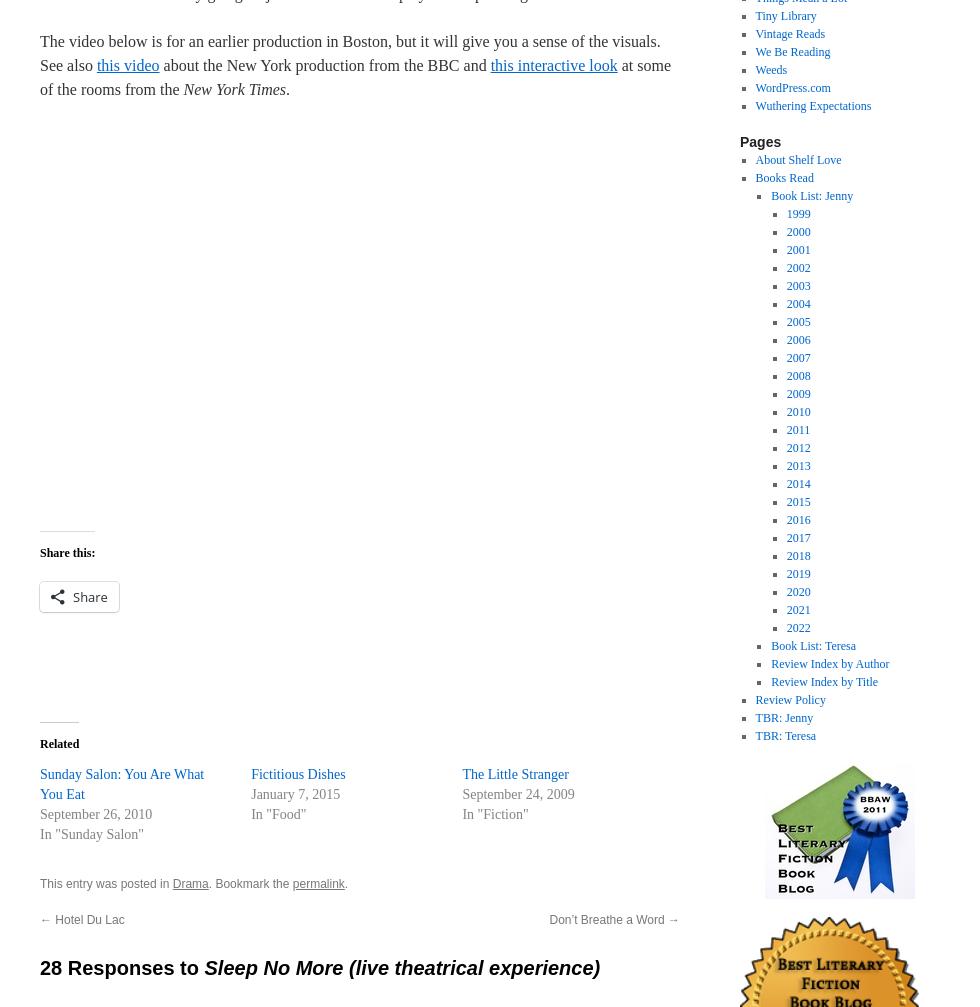 This screenshot has width=980, height=1007. Describe the element at coordinates (349, 53) in the screenshot. I see `'The video below is for an earlier production in Boston, but it will give you a sense of the visuals. See also'` at that location.